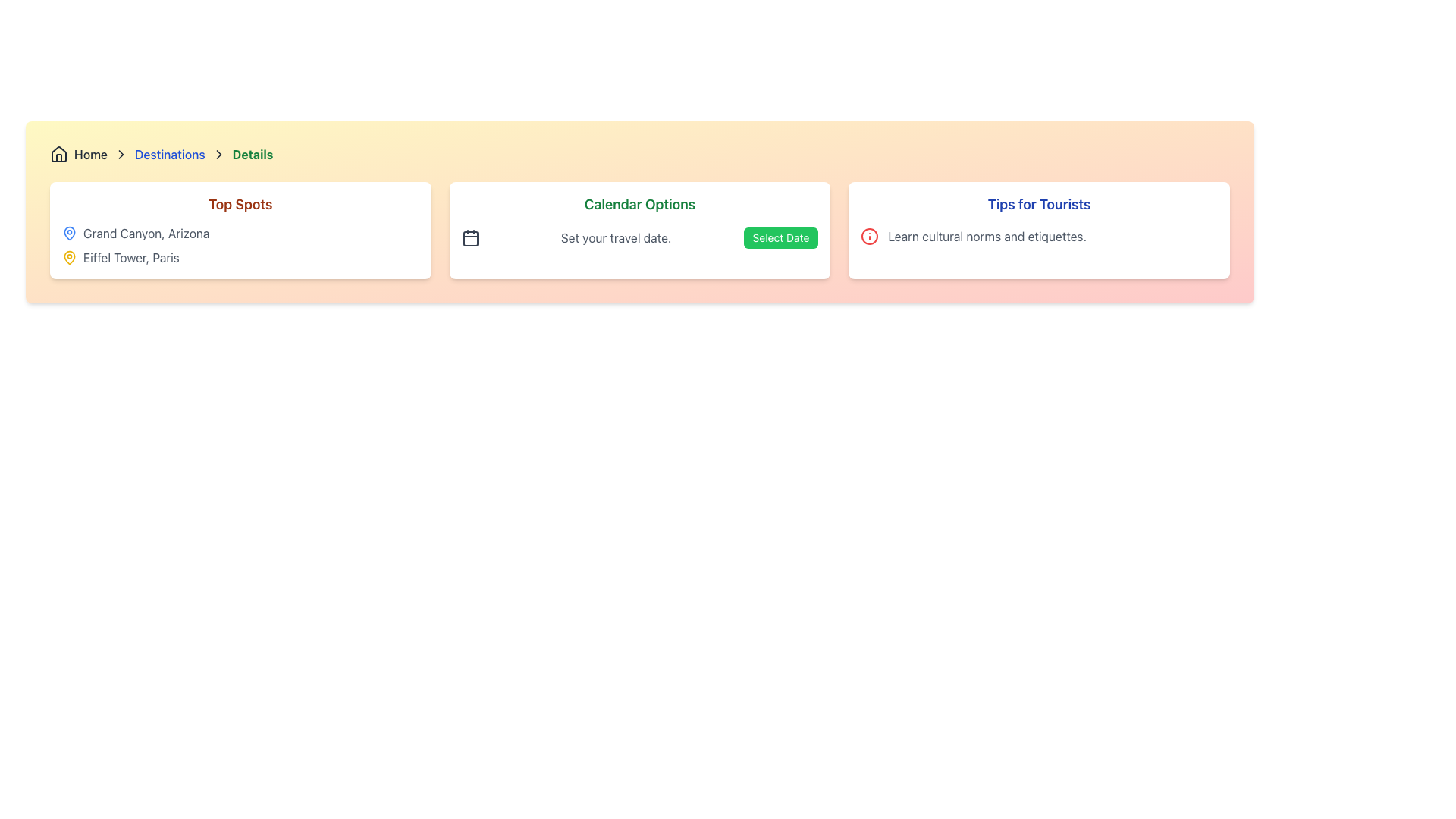 The image size is (1456, 819). Describe the element at coordinates (68, 233) in the screenshot. I see `the blue map pin icon located to the left of the text 'Eiffel Tower, Paris' in the 'Top Spots' section` at that location.